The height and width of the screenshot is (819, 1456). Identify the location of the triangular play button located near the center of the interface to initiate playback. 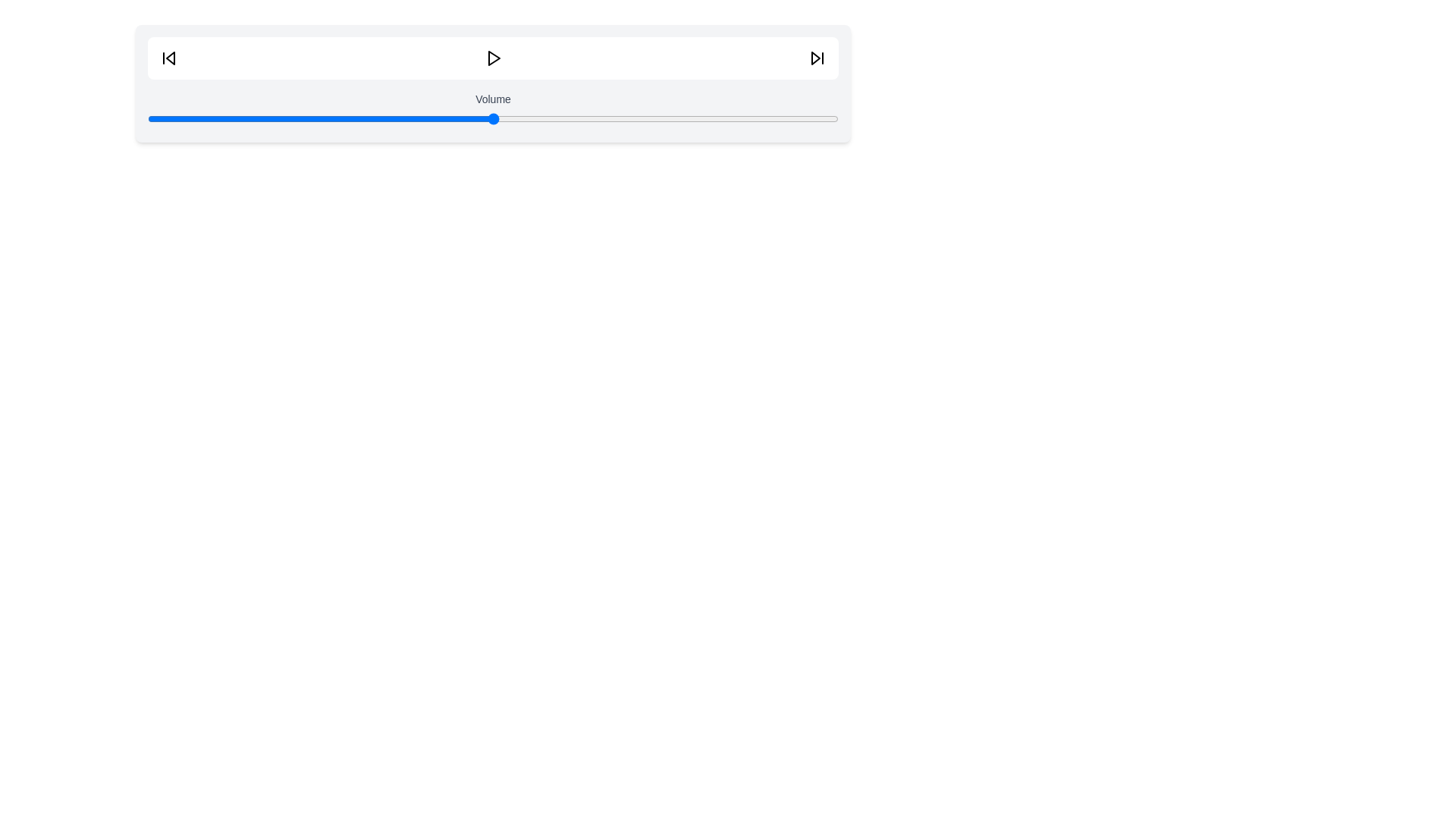
(494, 58).